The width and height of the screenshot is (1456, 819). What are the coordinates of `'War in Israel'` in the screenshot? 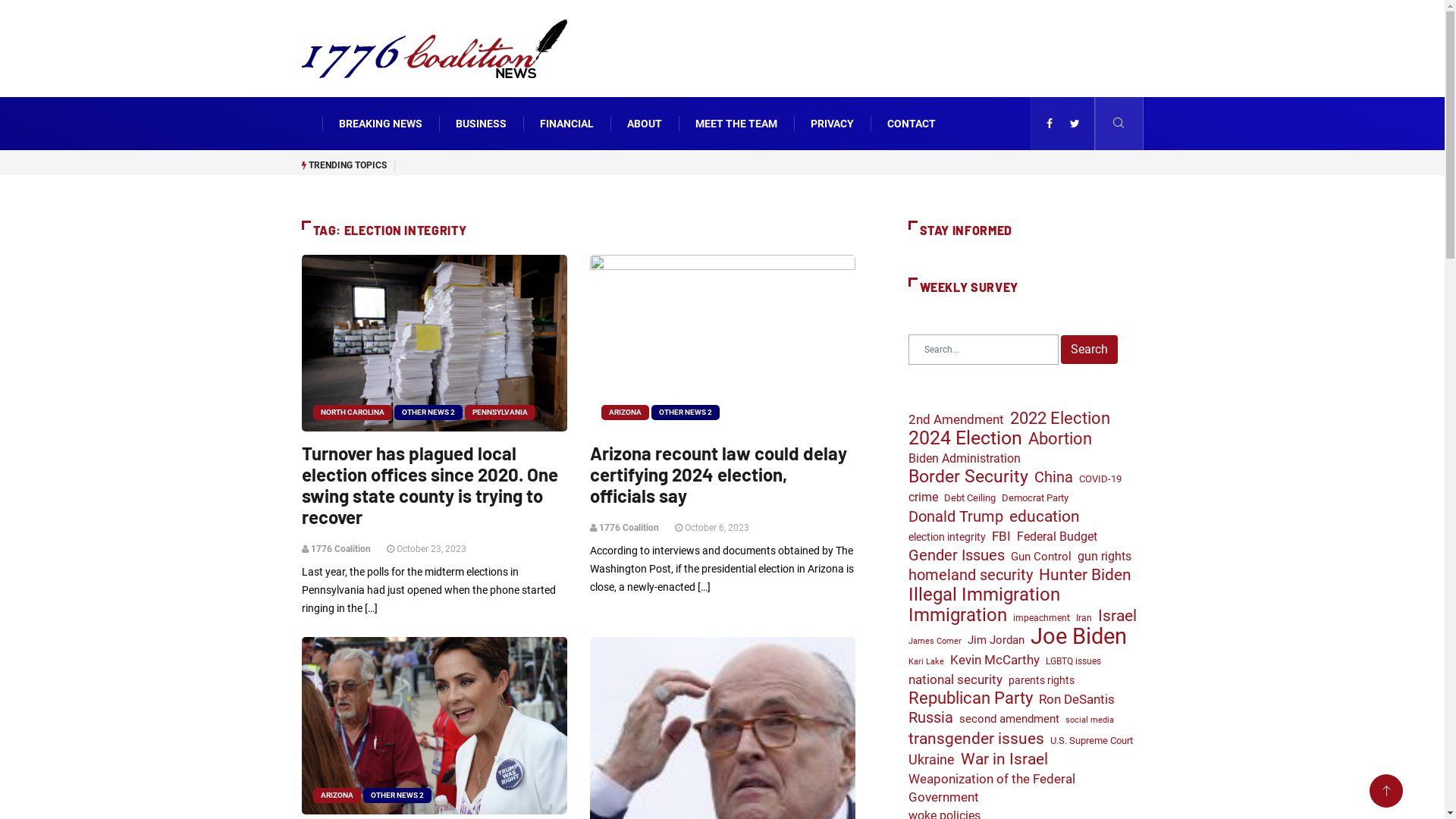 It's located at (959, 759).